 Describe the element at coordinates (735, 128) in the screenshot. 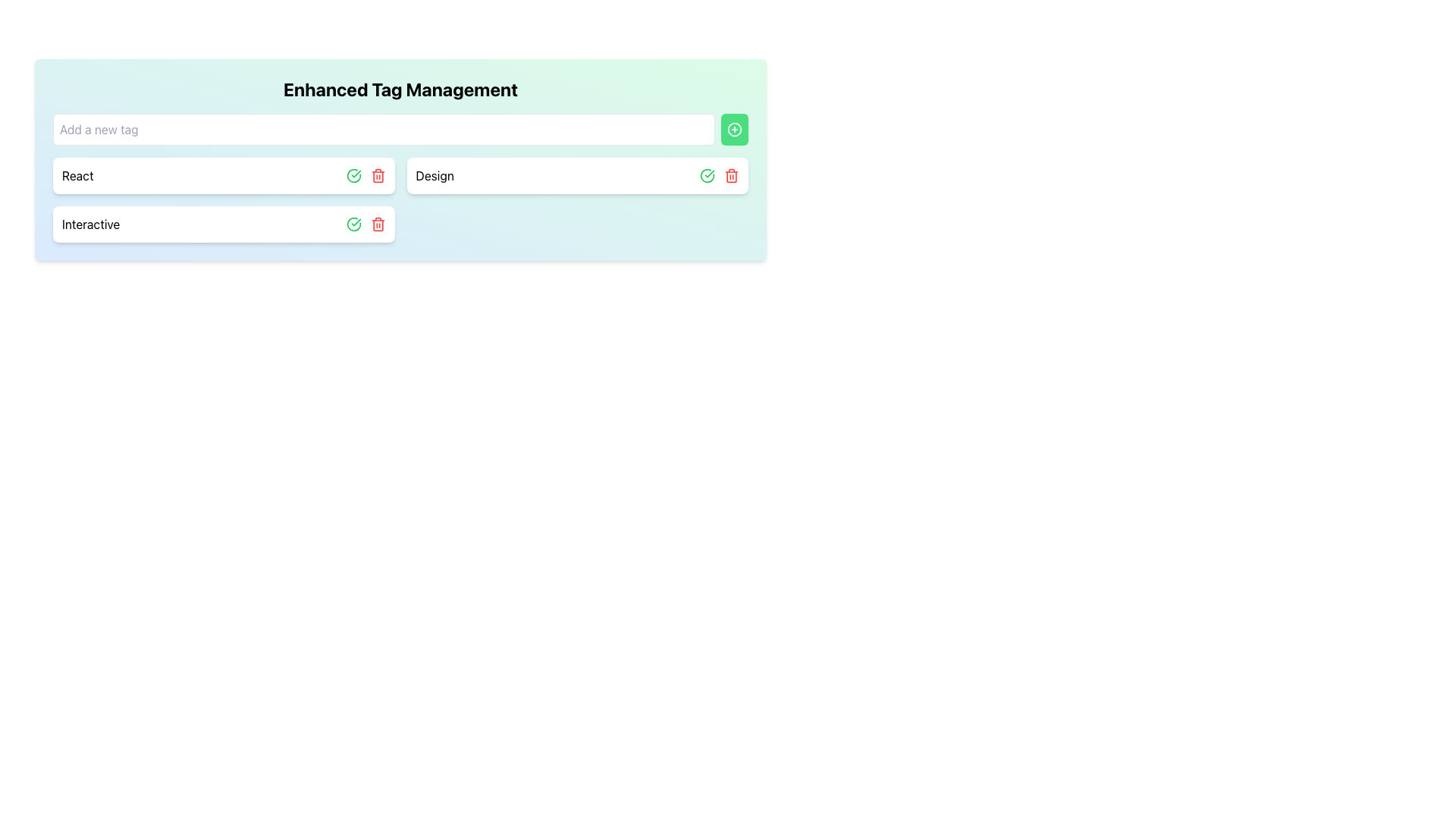

I see `the button located in the top-right corner of the interface` at that location.